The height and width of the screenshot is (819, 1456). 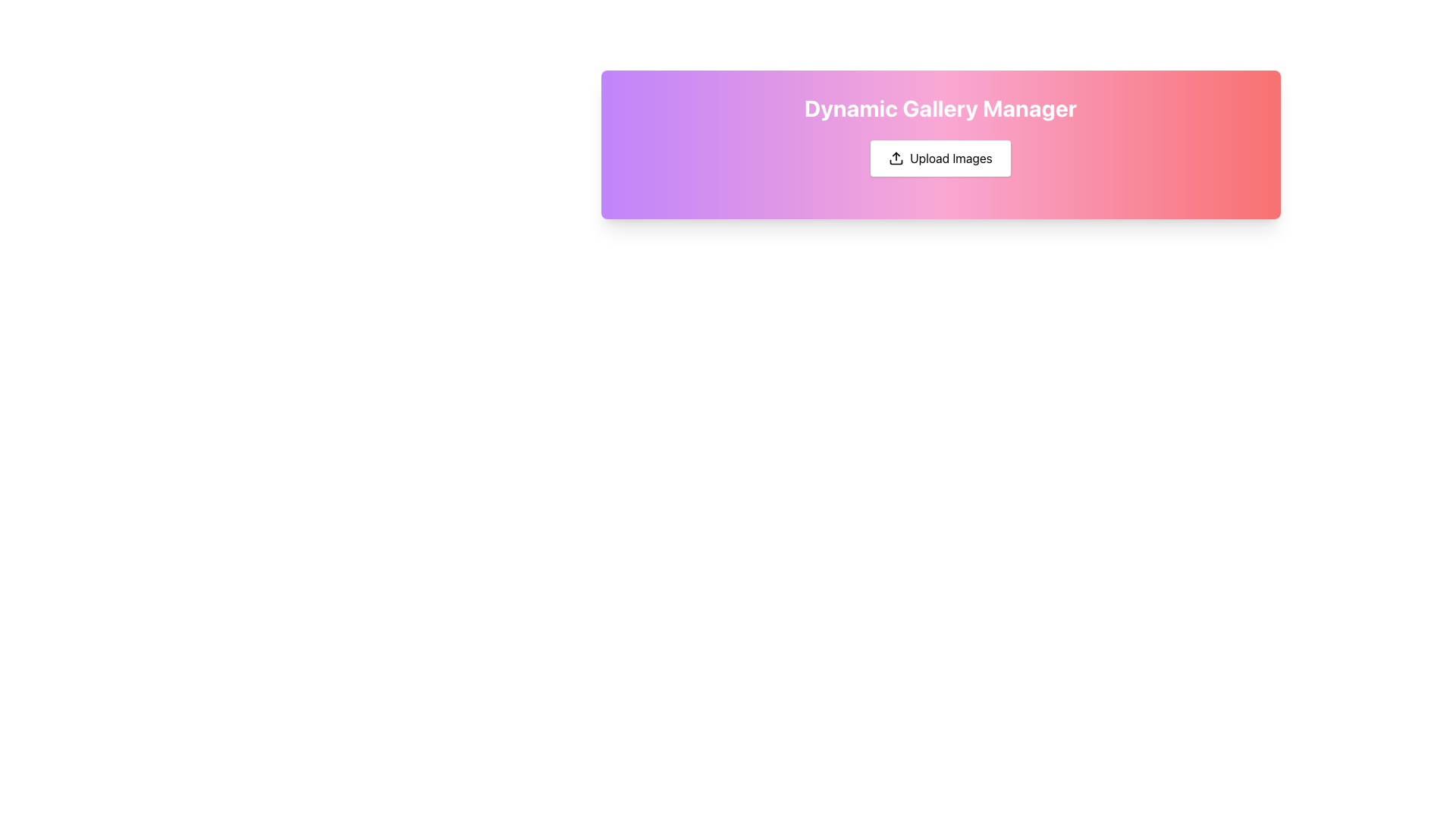 What do you see at coordinates (940, 158) in the screenshot?
I see `the upload button located beneath the 'Dynamic Gallery Manager' header` at bounding box center [940, 158].